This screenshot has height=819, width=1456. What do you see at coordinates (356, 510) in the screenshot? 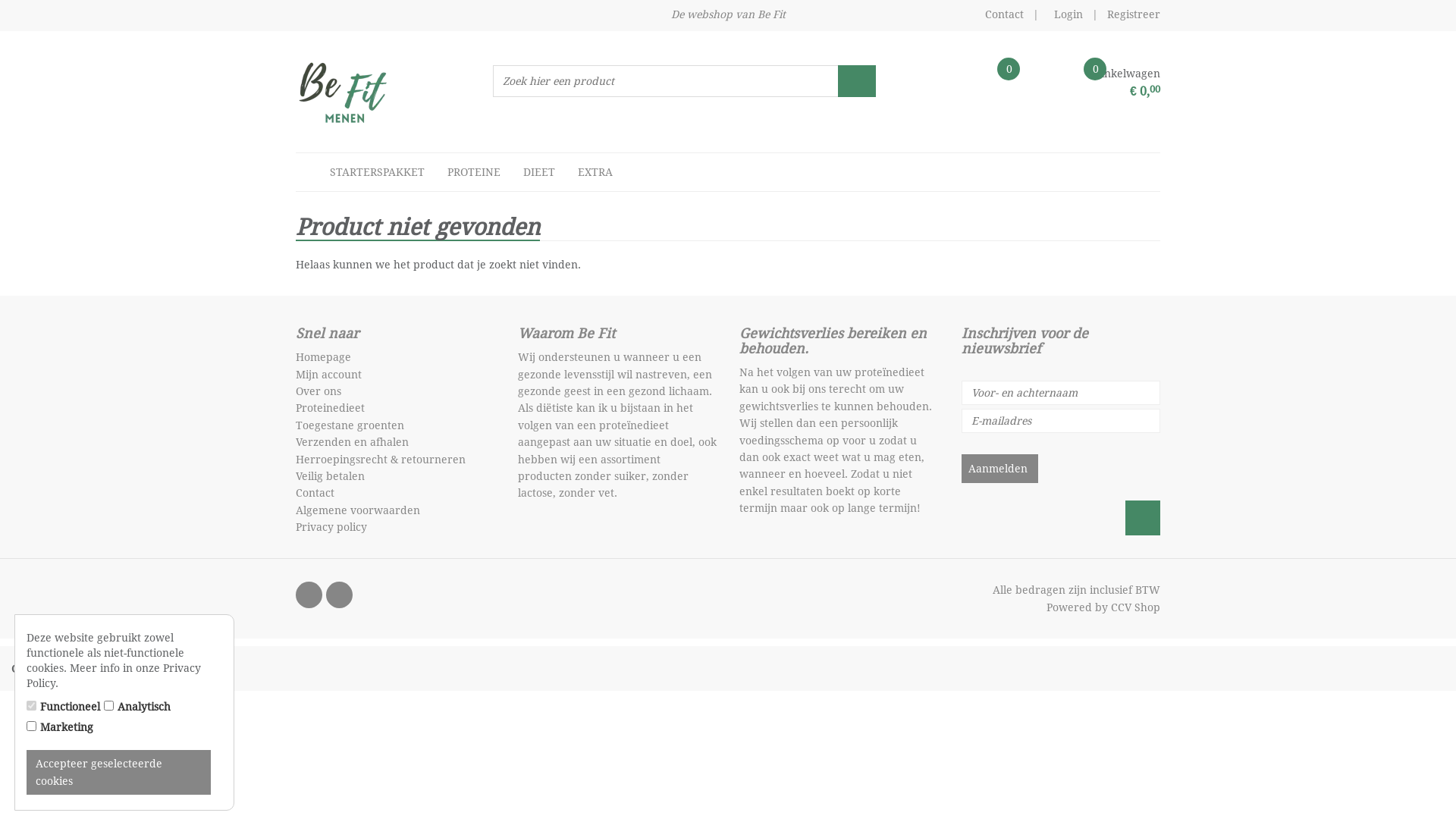
I see `'Algemene voorwaarden'` at bounding box center [356, 510].